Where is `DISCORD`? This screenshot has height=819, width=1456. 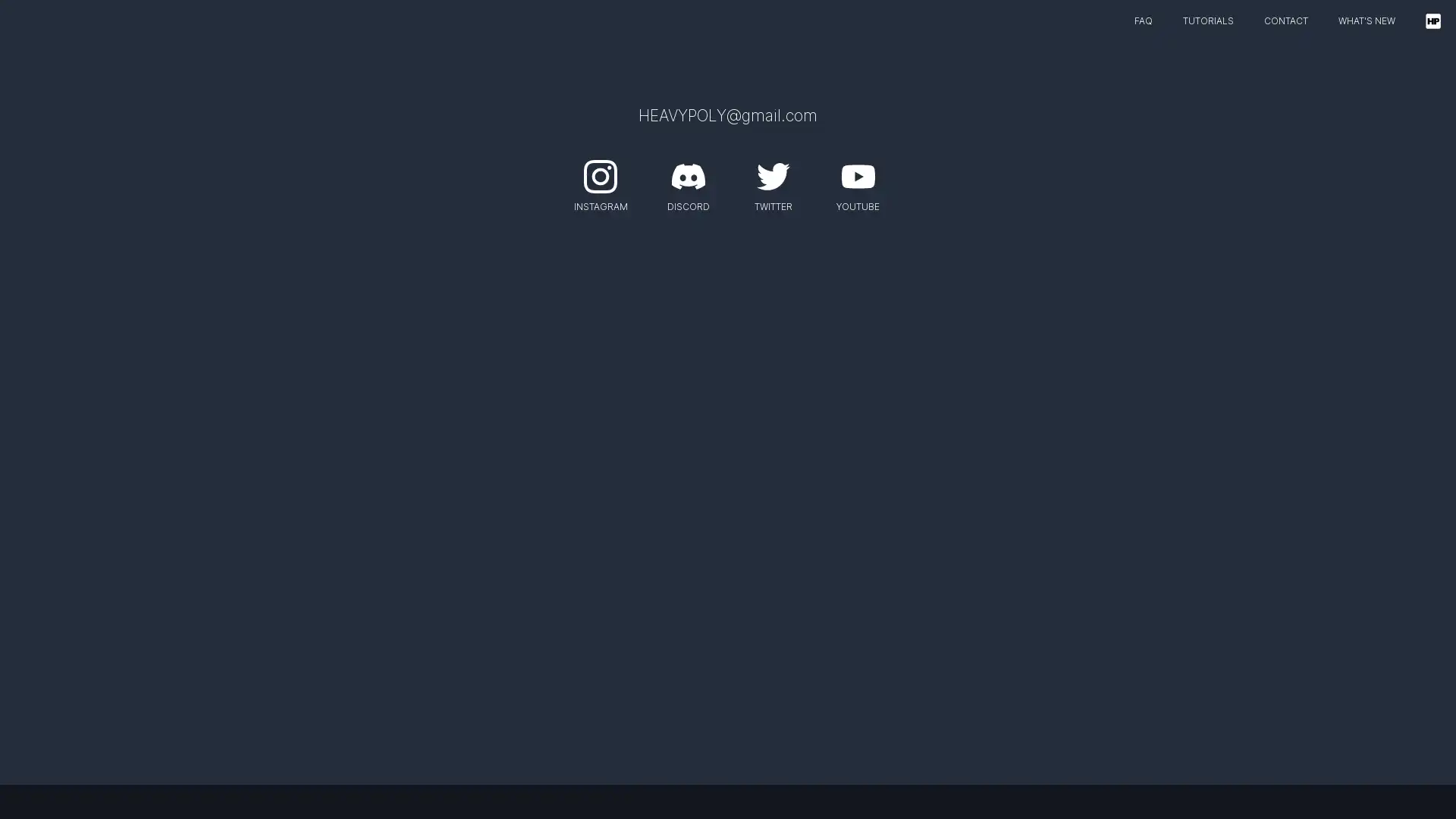 DISCORD is located at coordinates (687, 181).